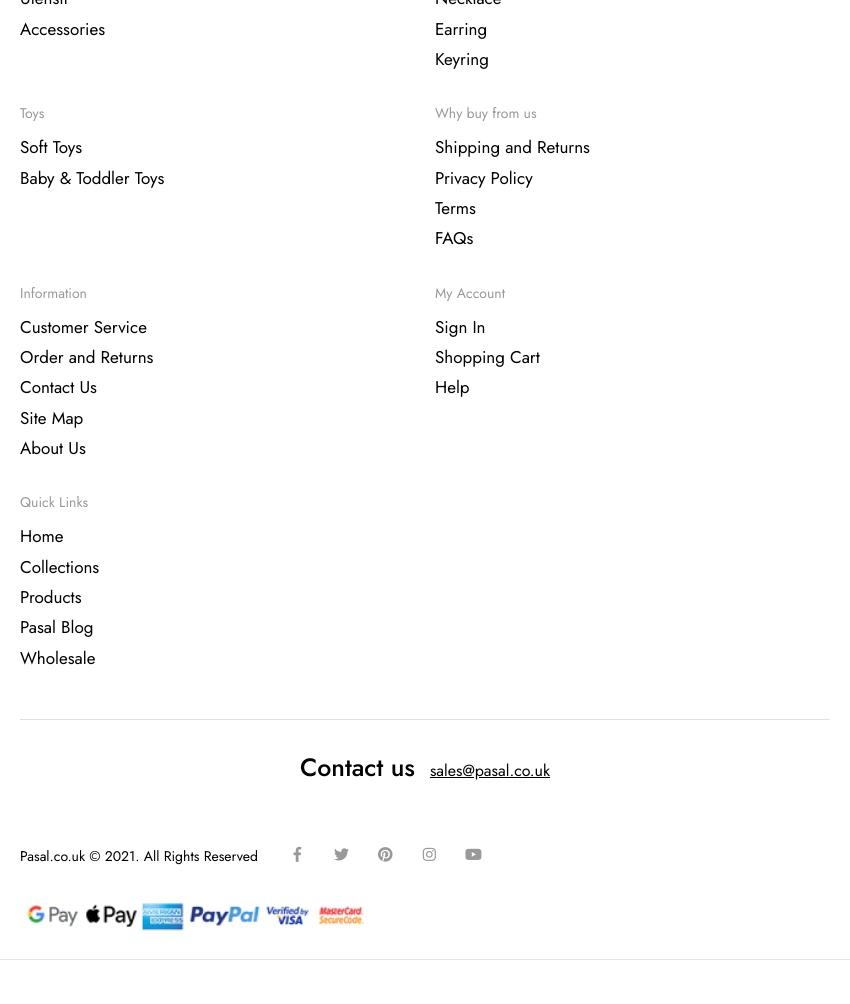  What do you see at coordinates (434, 293) in the screenshot?
I see `'My Account'` at bounding box center [434, 293].